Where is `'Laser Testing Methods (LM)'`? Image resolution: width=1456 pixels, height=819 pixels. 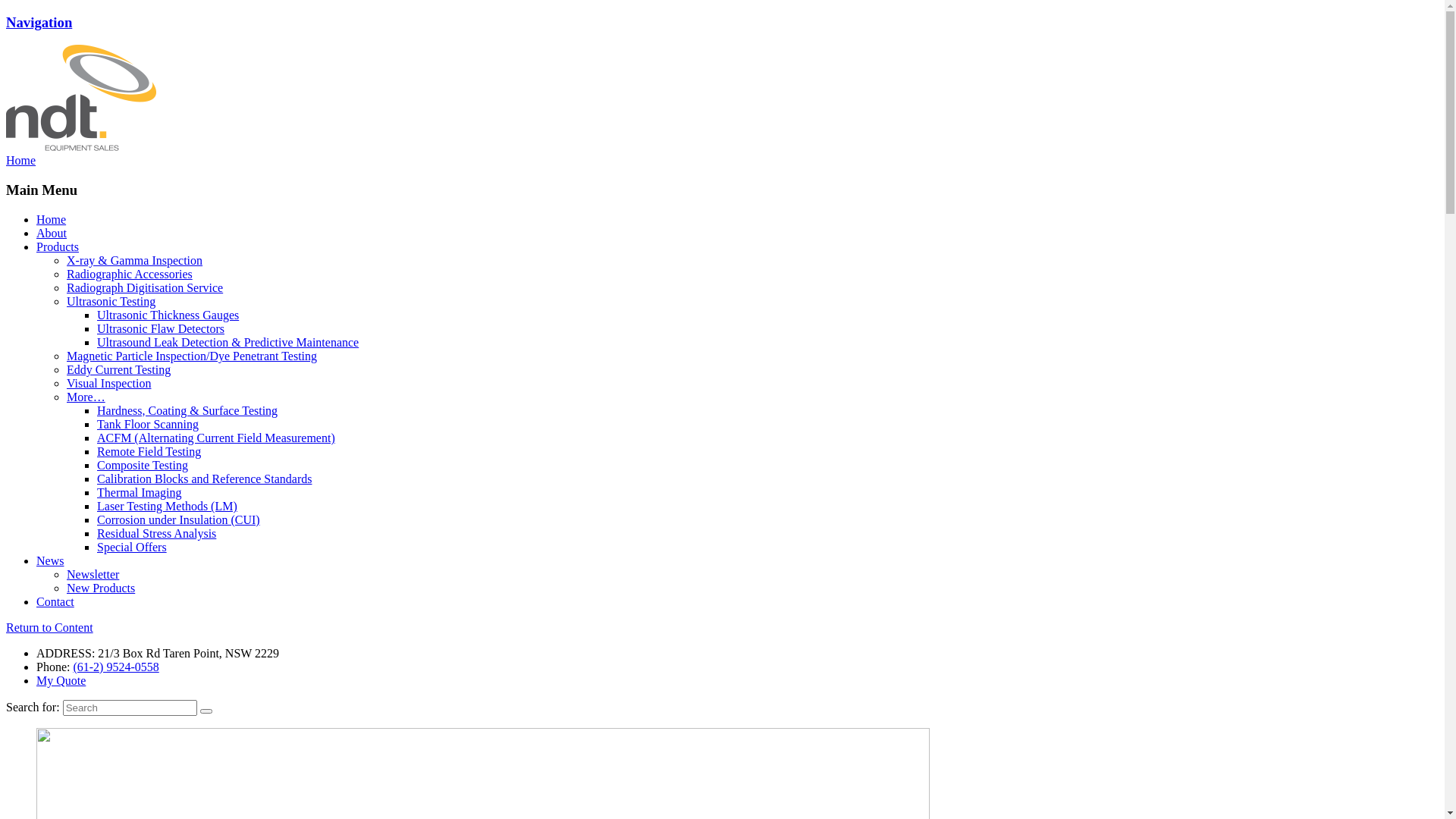
'Laser Testing Methods (LM)' is located at coordinates (96, 506).